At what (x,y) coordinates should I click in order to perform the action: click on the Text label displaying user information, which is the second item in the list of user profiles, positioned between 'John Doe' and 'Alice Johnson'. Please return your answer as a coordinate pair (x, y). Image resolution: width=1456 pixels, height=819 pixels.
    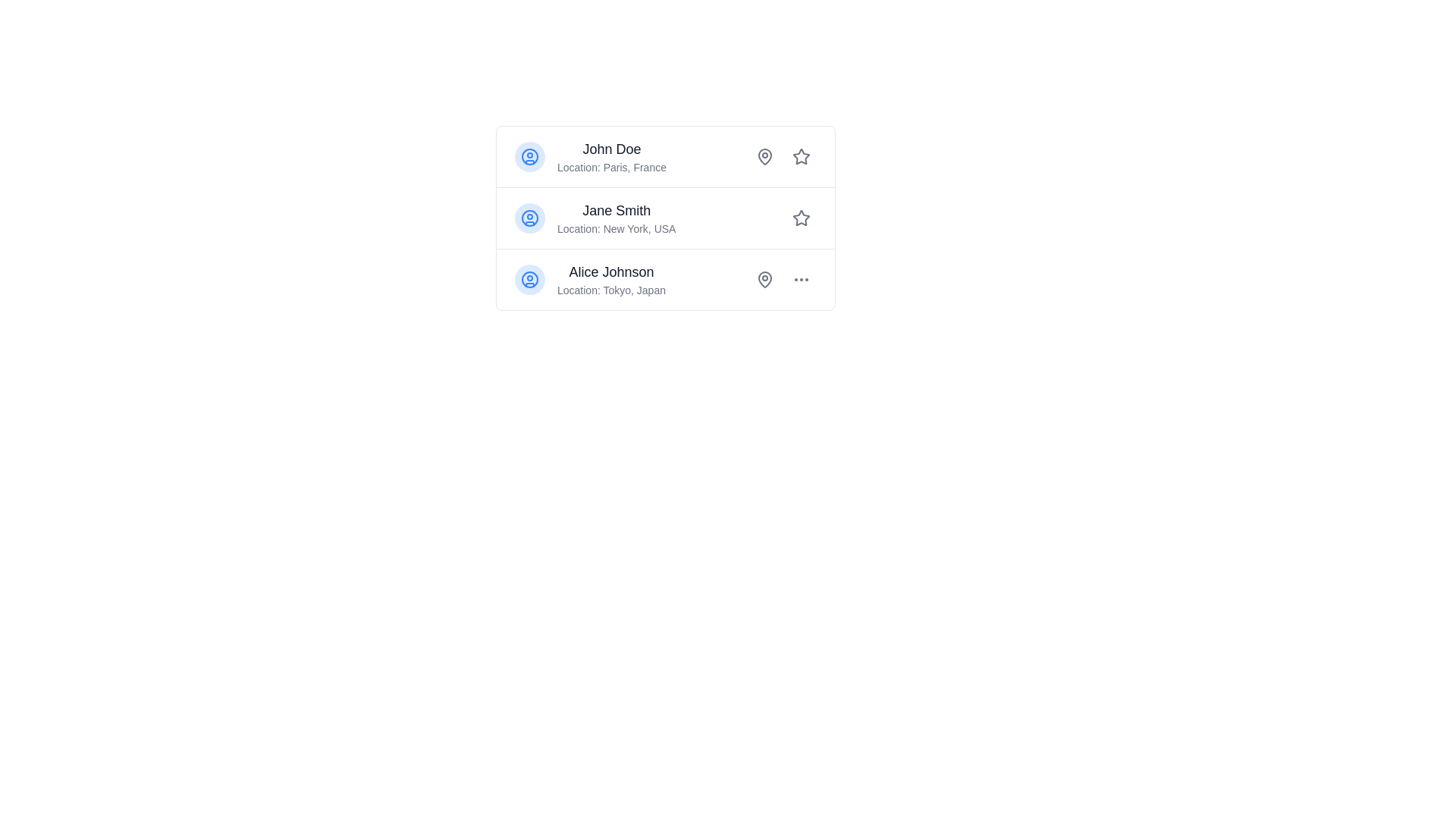
    Looking at the image, I should click on (595, 218).